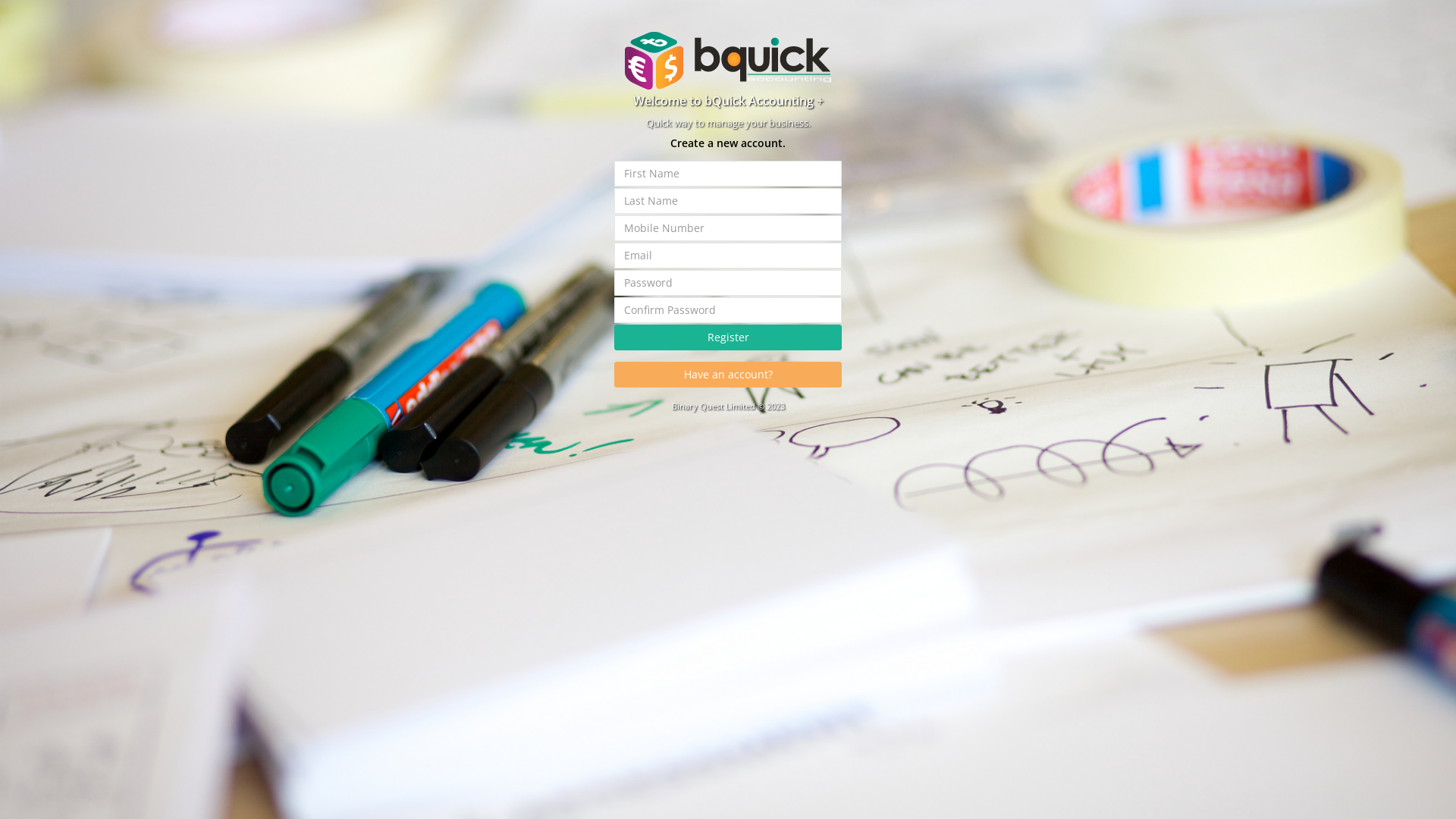 This screenshot has width=1456, height=819. I want to click on 'Register', so click(728, 336).